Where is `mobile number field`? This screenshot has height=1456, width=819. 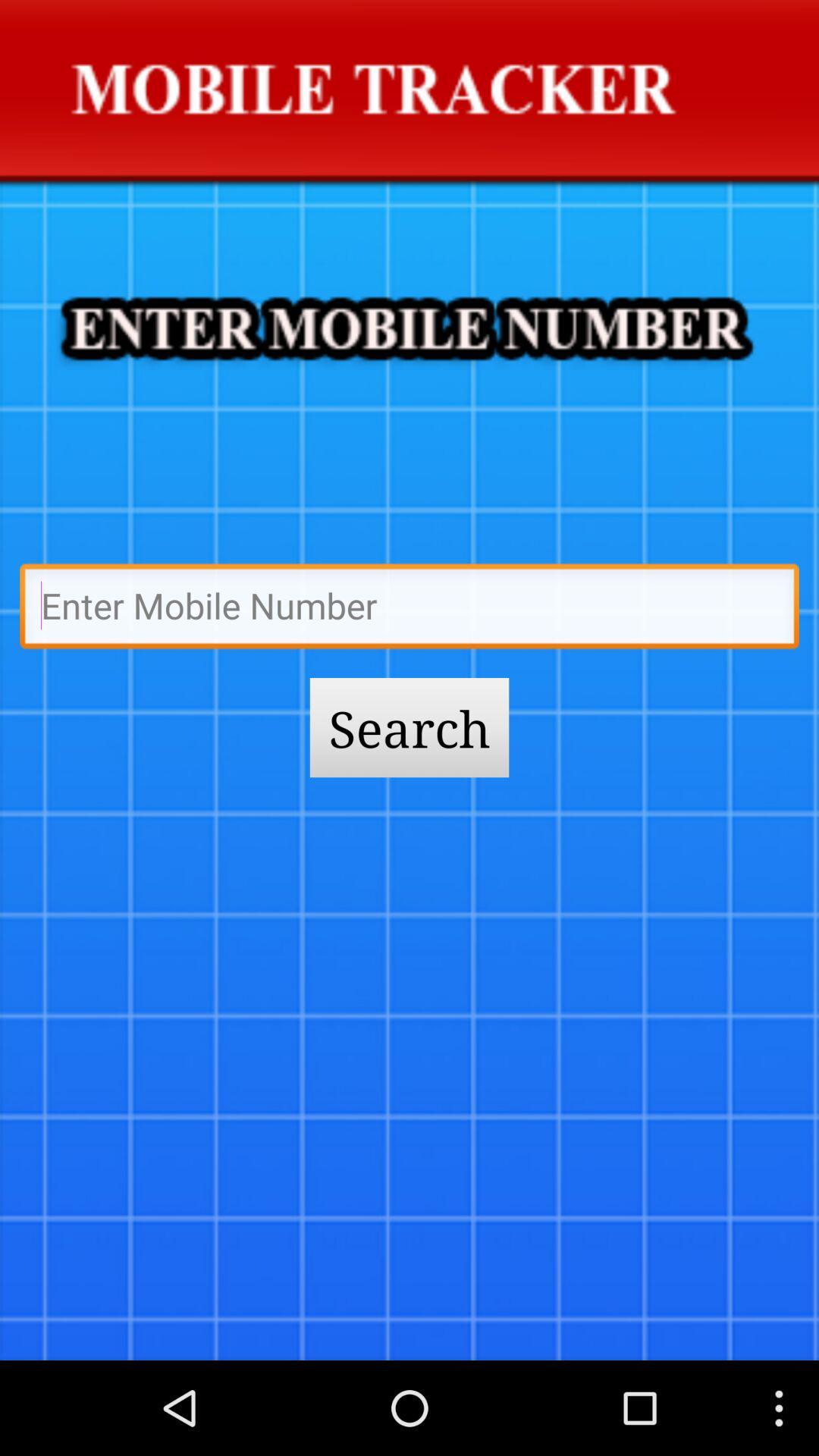
mobile number field is located at coordinates (409, 610).